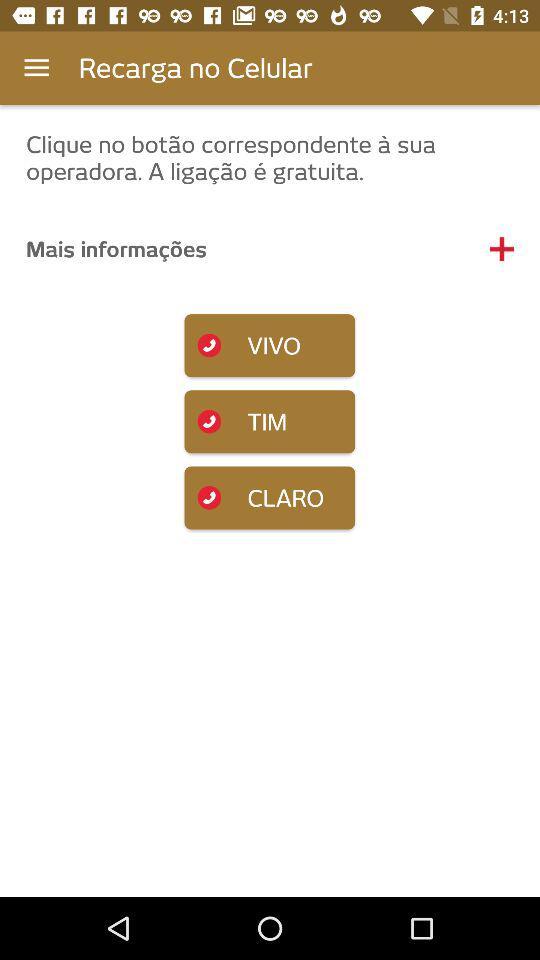  What do you see at coordinates (36, 68) in the screenshot?
I see `the app to the left of the recarga no celular item` at bounding box center [36, 68].